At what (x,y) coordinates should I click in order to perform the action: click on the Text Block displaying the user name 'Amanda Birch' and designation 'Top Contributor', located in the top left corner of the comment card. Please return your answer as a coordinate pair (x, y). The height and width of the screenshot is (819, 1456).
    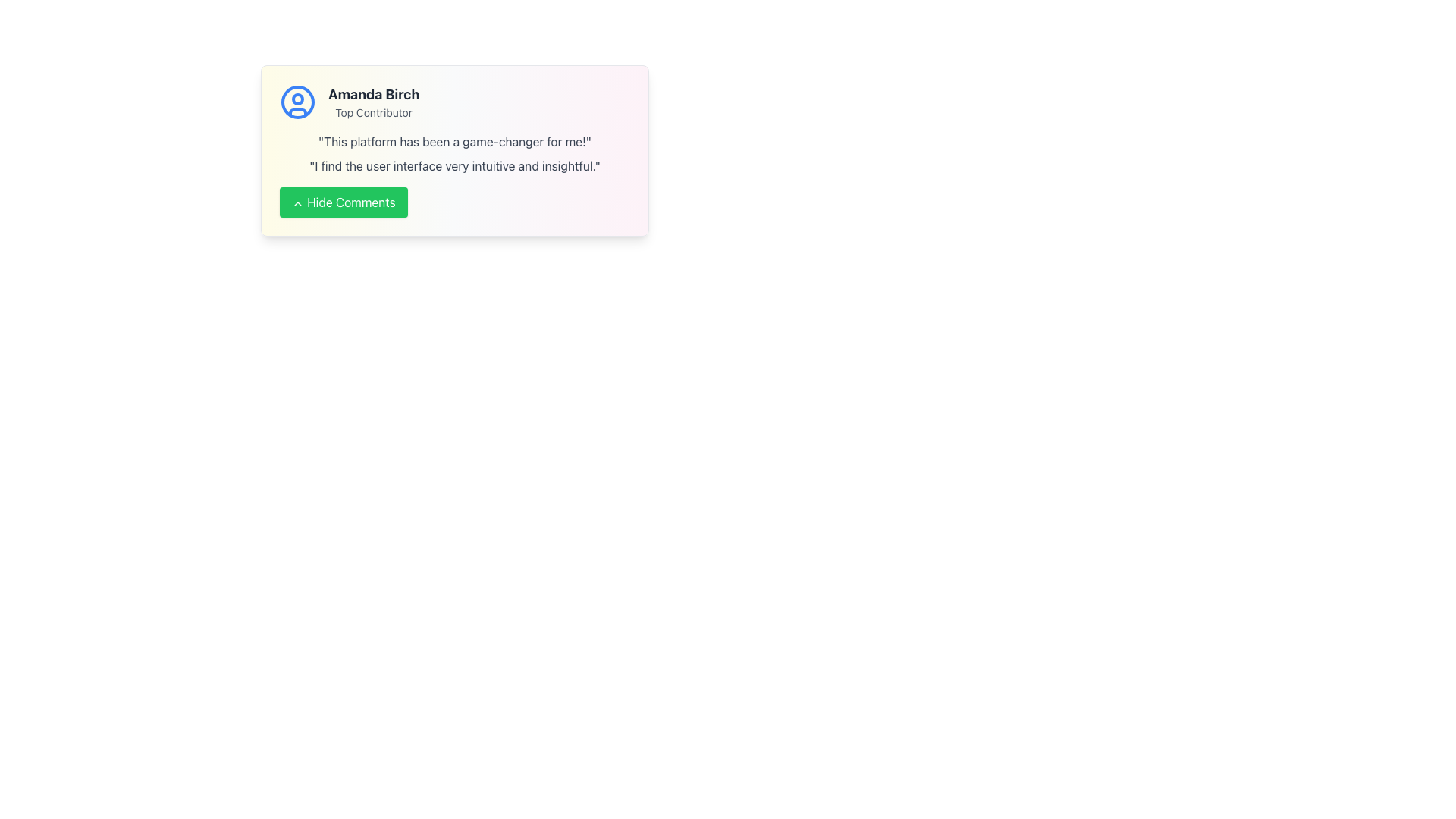
    Looking at the image, I should click on (374, 102).